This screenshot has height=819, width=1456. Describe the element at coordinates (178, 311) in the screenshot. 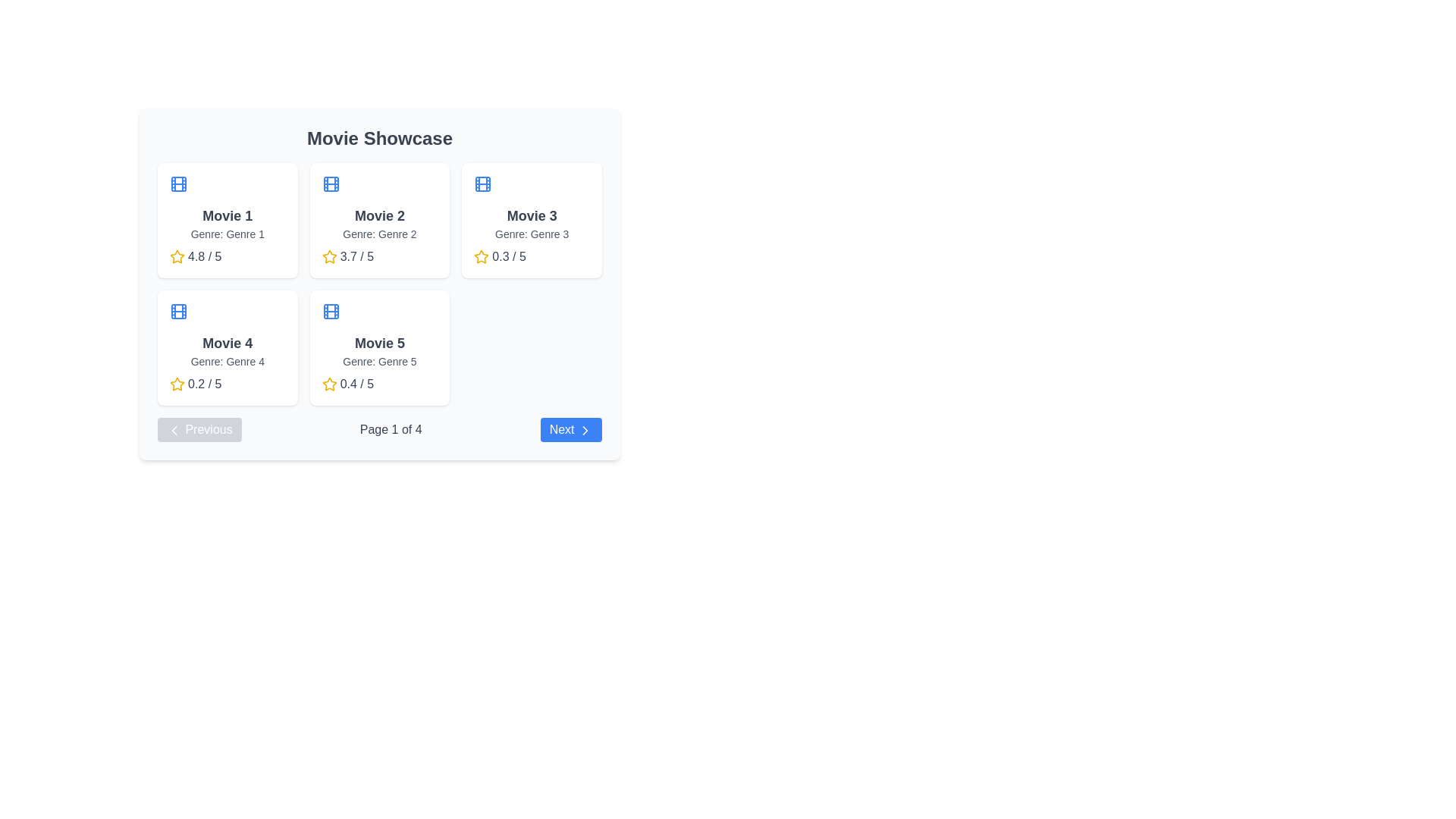

I see `the film icon located at the top-left corner of the card labeled 'Movie 4 Genre: Genre 4' in the second row of the grid layout` at that location.